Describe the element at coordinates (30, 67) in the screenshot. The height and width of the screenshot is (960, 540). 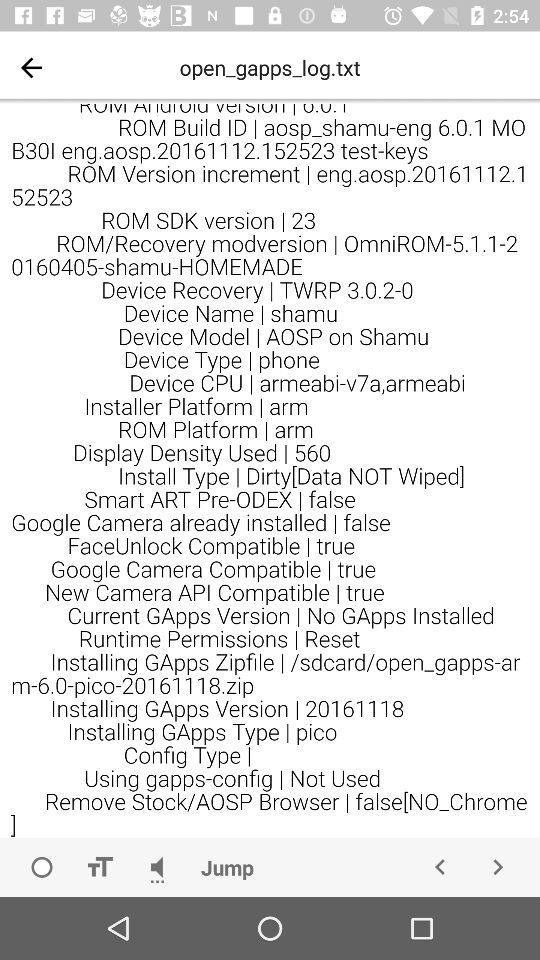
I see `the arrow_backward icon` at that location.